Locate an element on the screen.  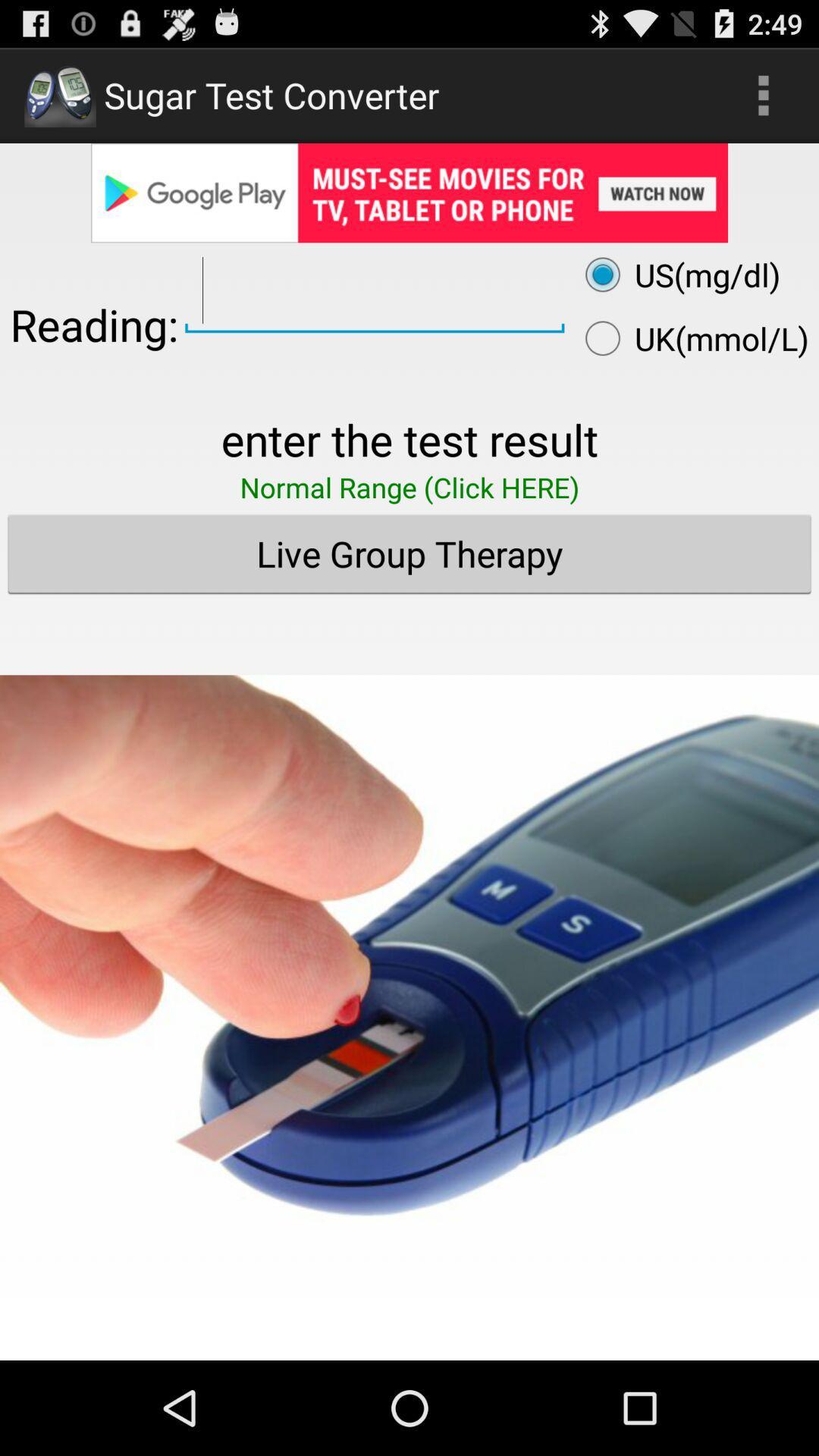
google play advertisement is located at coordinates (409, 192).